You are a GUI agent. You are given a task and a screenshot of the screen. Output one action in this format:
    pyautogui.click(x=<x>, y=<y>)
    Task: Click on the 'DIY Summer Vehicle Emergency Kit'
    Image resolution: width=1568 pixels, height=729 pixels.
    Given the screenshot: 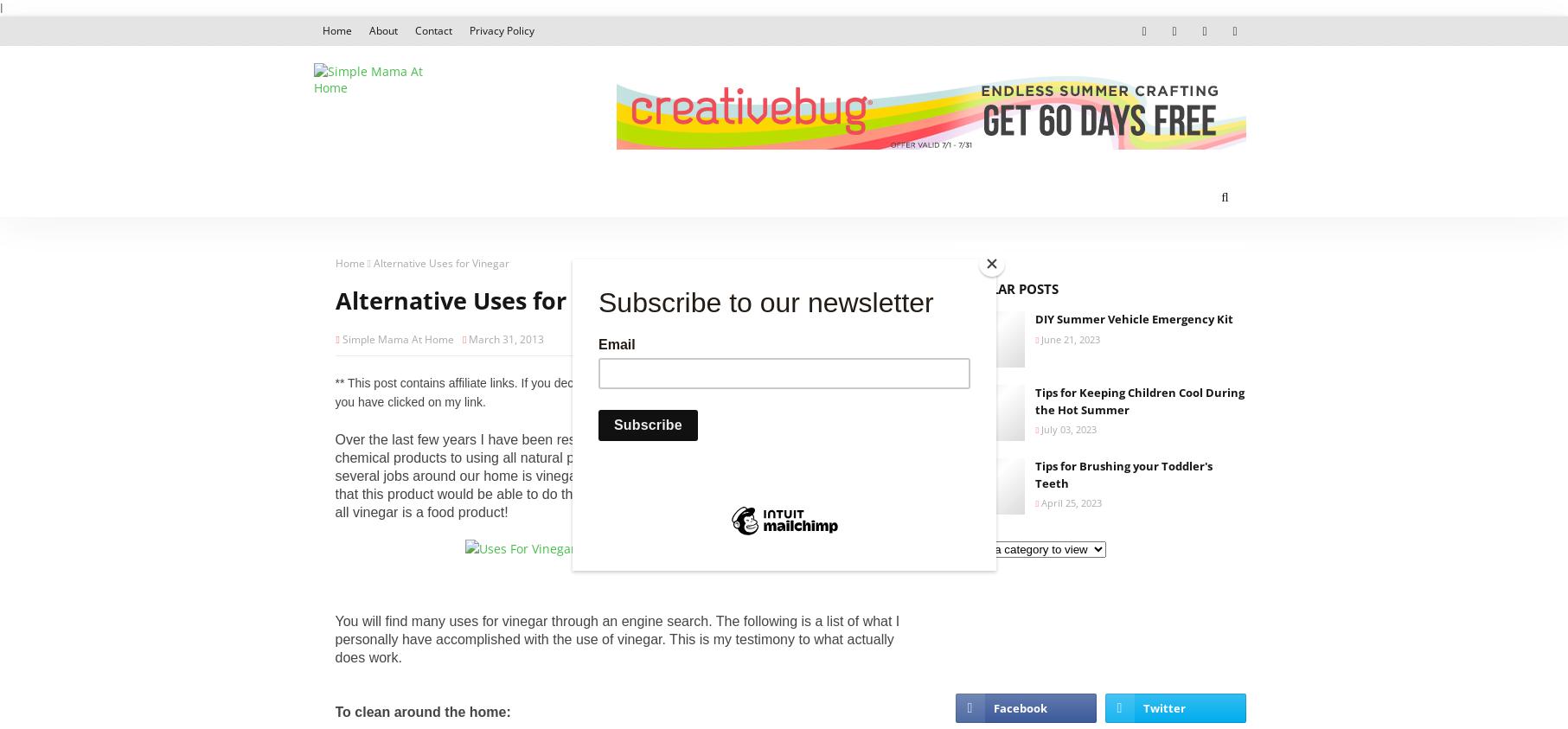 What is the action you would take?
    pyautogui.click(x=1133, y=317)
    